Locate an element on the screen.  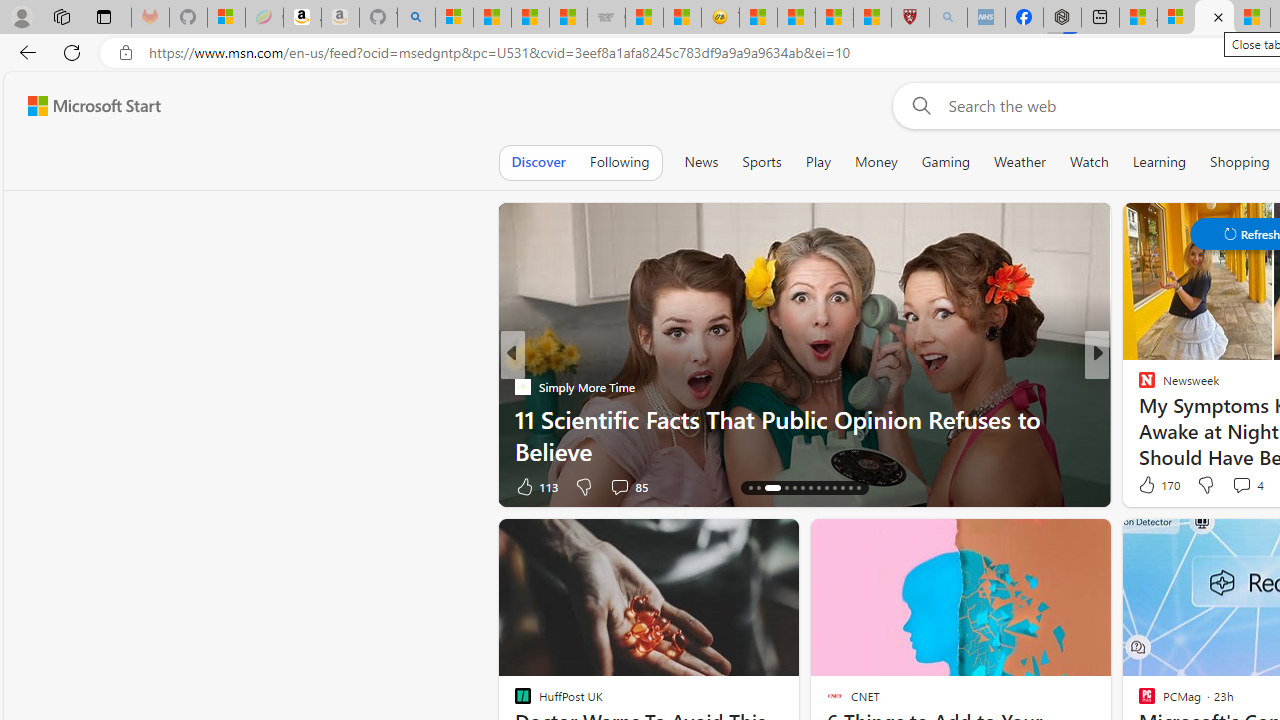
'Gaming' is located at coordinates (944, 161).